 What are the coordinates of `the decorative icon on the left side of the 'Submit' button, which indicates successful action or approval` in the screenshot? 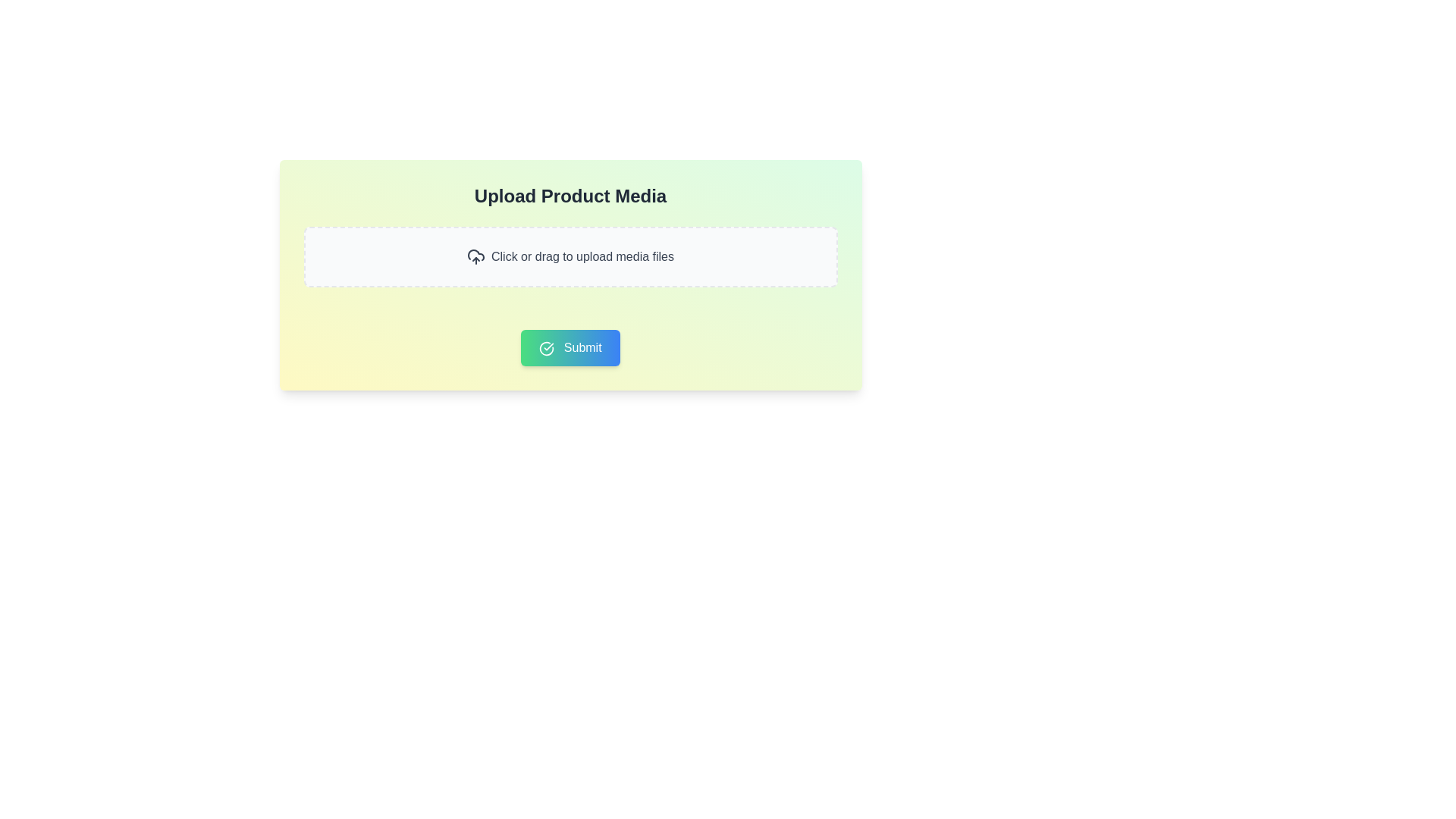 It's located at (546, 348).